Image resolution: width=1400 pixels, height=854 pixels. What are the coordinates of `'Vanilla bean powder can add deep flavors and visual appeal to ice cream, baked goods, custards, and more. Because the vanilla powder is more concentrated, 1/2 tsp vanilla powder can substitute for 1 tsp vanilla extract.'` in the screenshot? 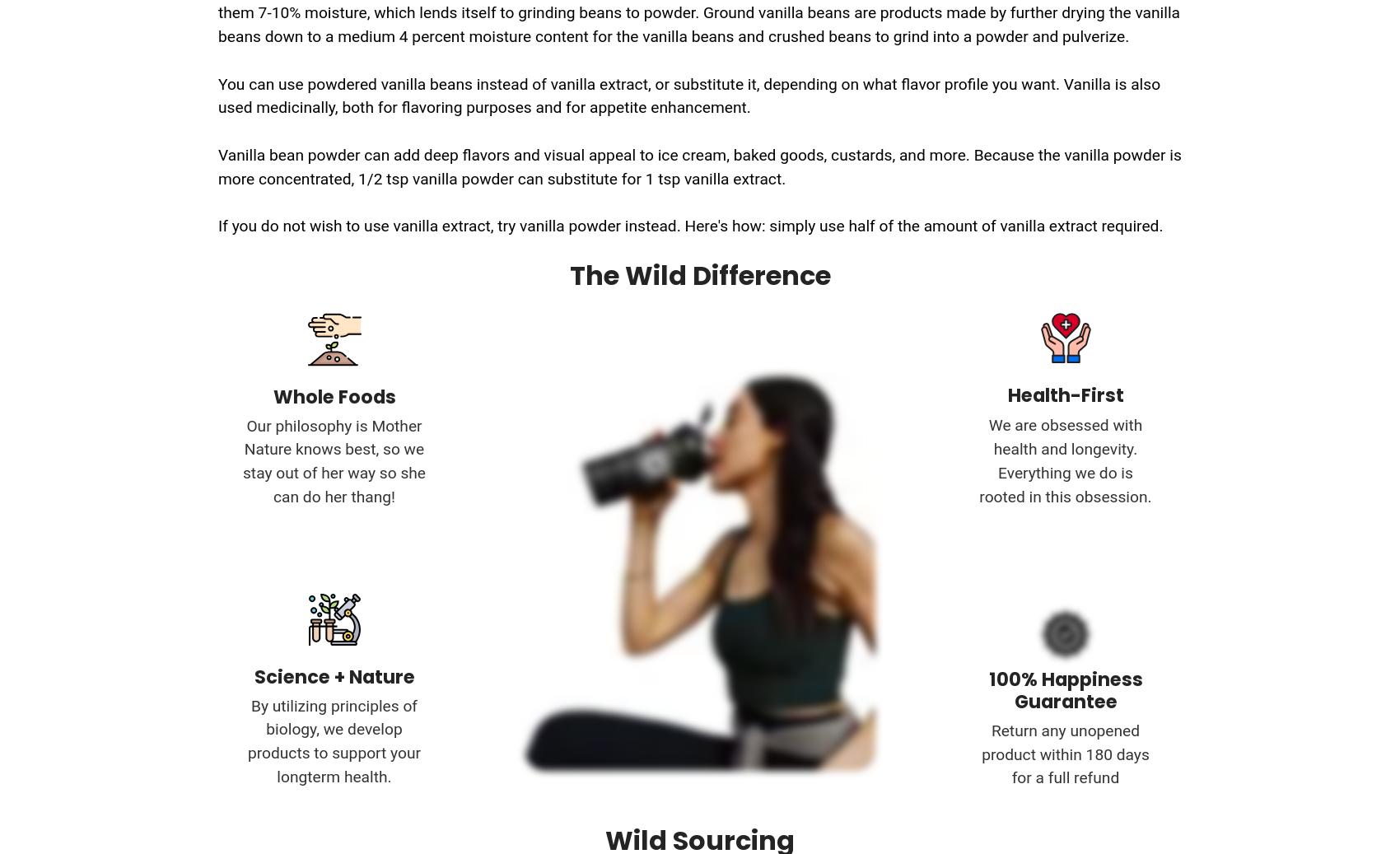 It's located at (698, 166).